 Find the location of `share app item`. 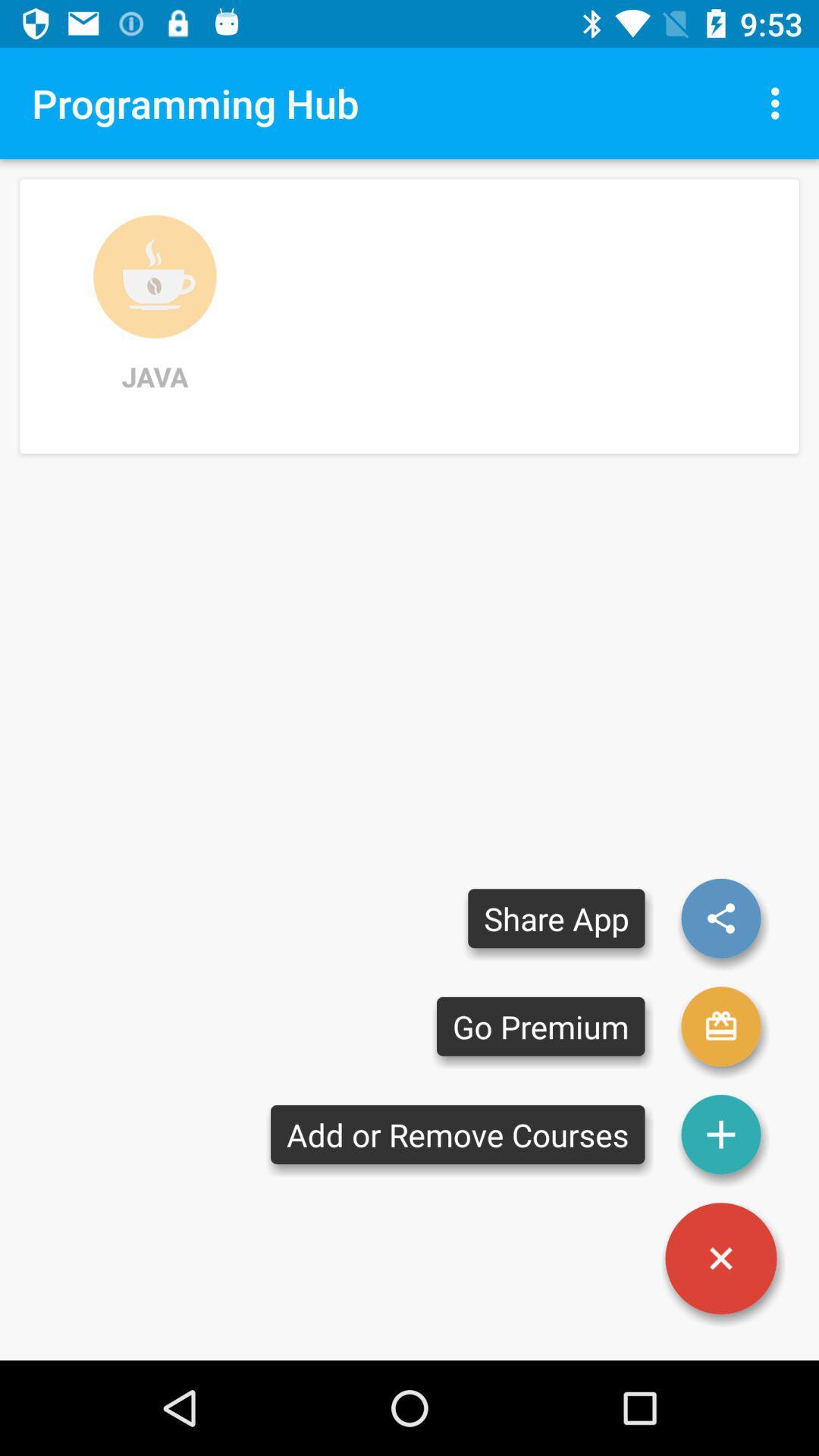

share app item is located at coordinates (556, 918).